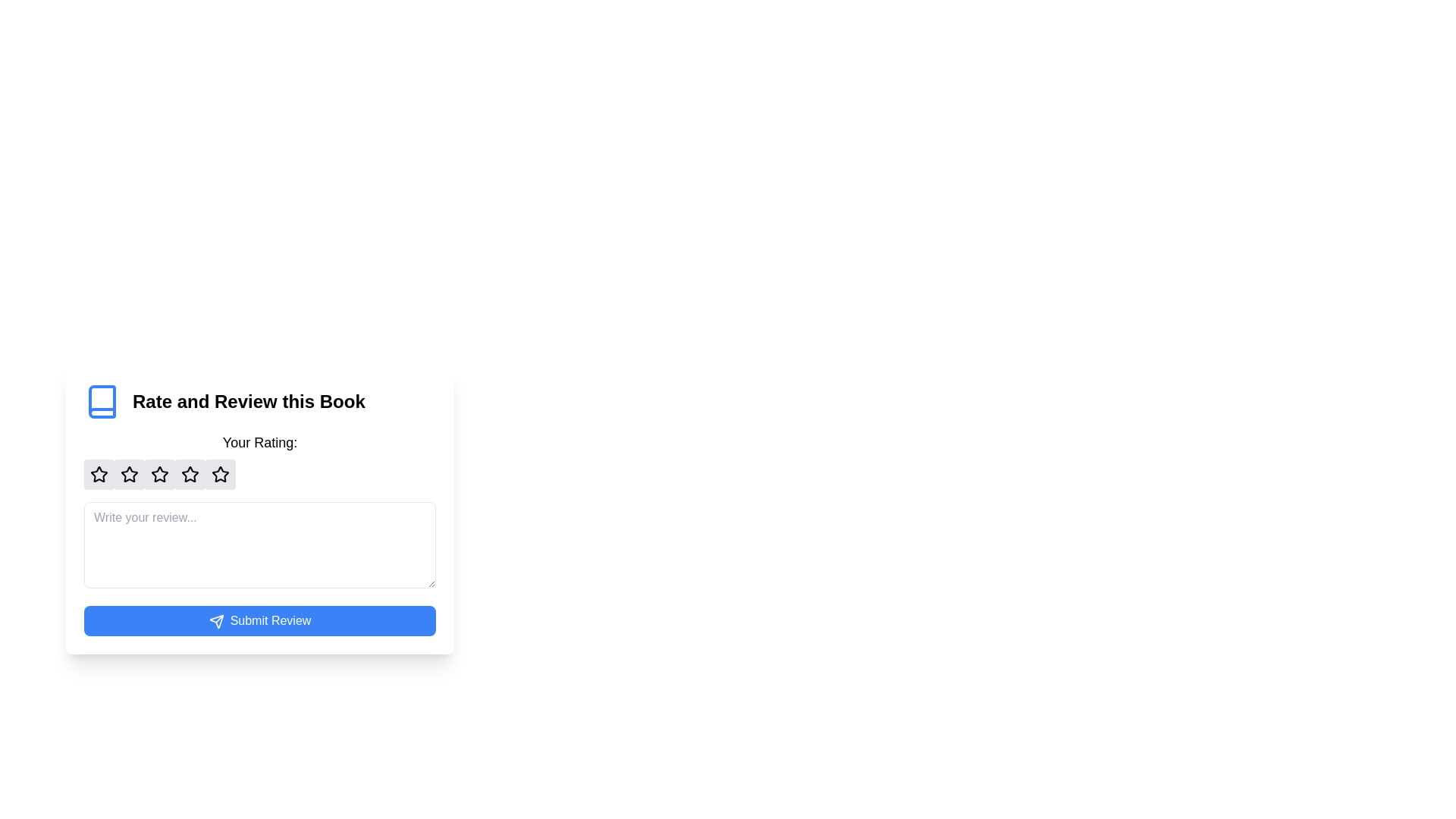 This screenshot has width=1456, height=819. I want to click on the fifth star in the horizontal row of star rating buttons below the text 'Your Rating:' in the 'Rate and Review this Book' section to indicate a rating of 5 out of 5, so click(220, 473).